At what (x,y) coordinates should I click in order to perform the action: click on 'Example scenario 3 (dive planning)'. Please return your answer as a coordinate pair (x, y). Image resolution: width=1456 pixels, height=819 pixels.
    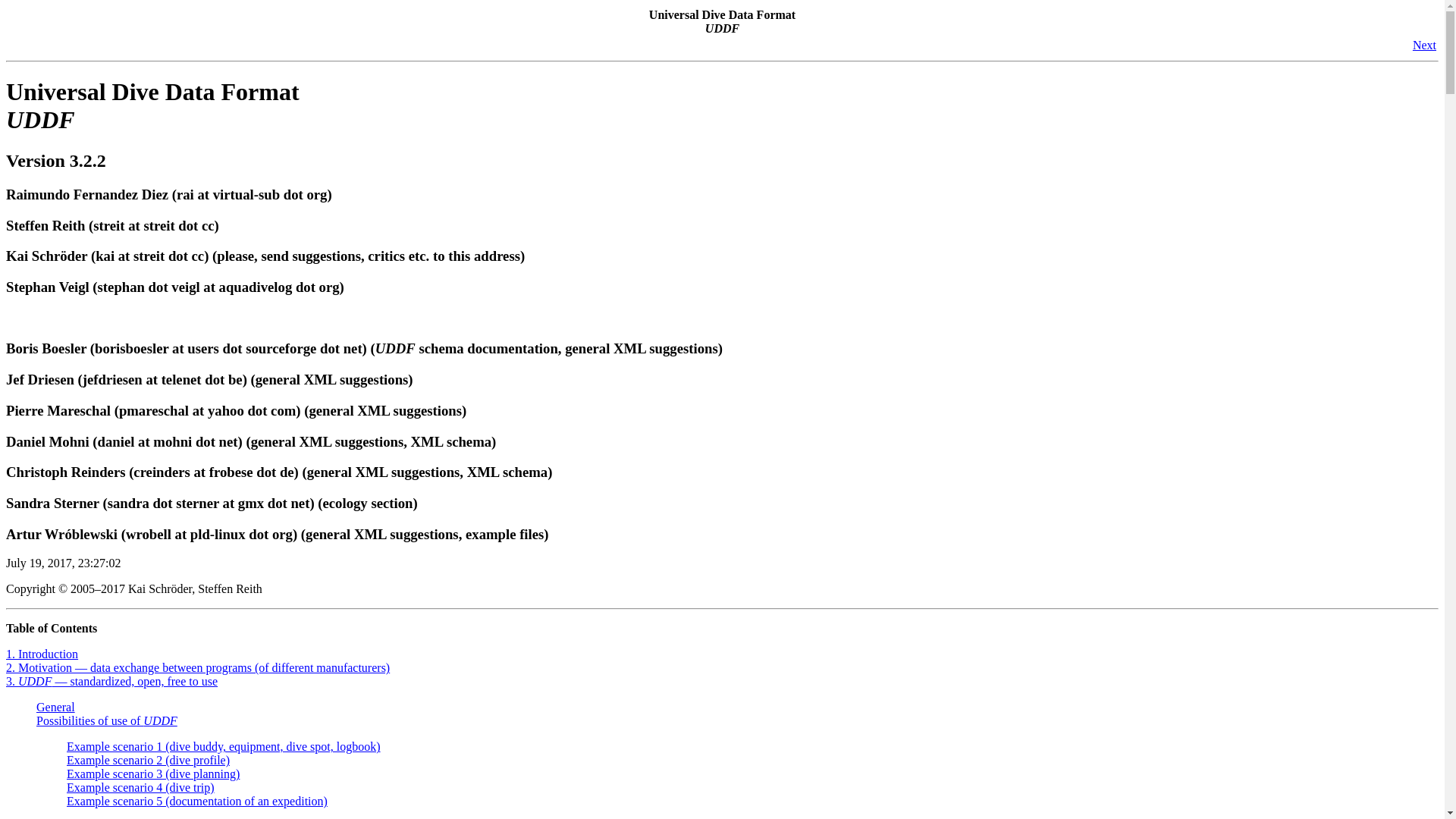
    Looking at the image, I should click on (152, 773).